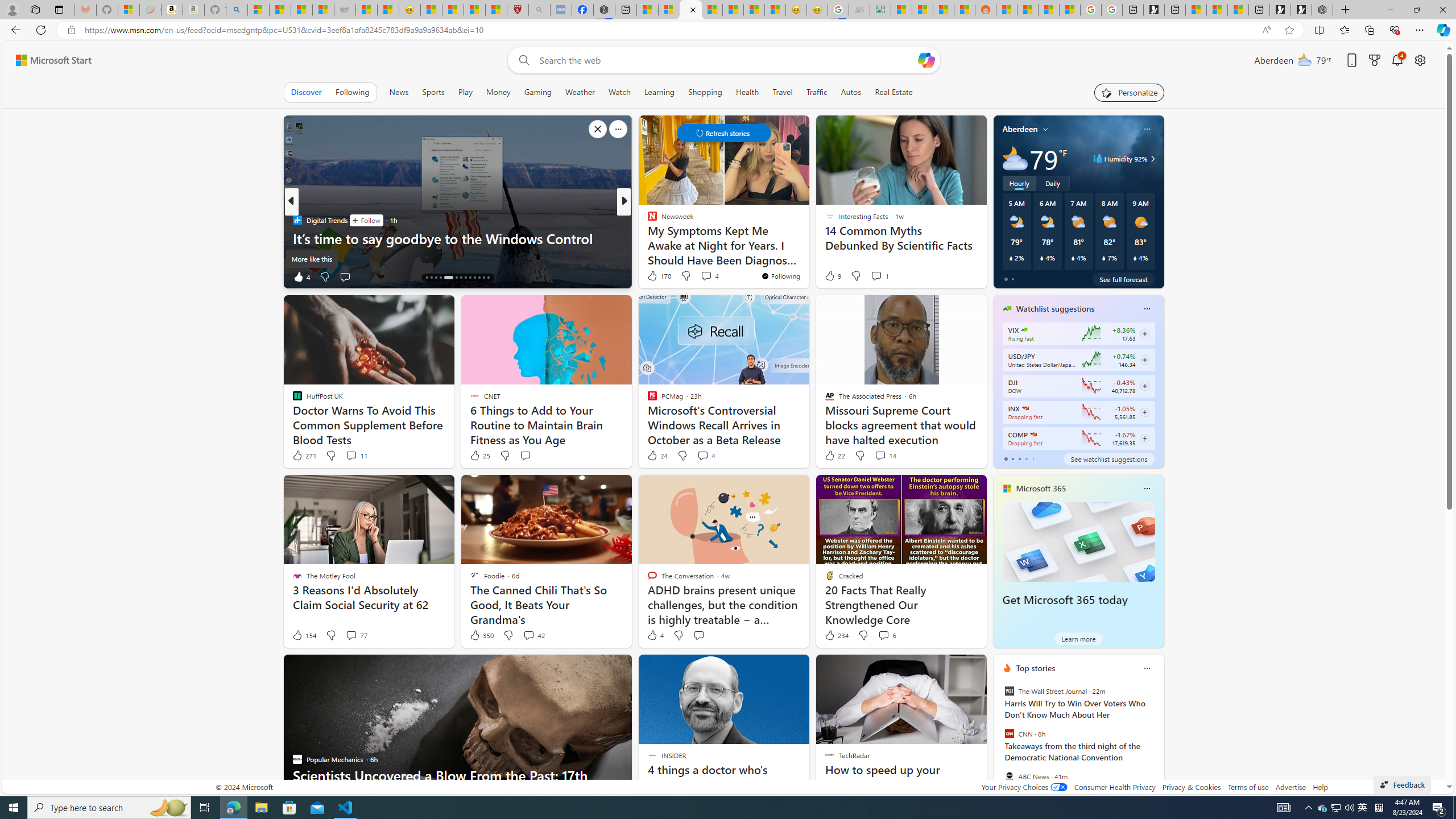  What do you see at coordinates (303, 634) in the screenshot?
I see `'154 Like'` at bounding box center [303, 634].